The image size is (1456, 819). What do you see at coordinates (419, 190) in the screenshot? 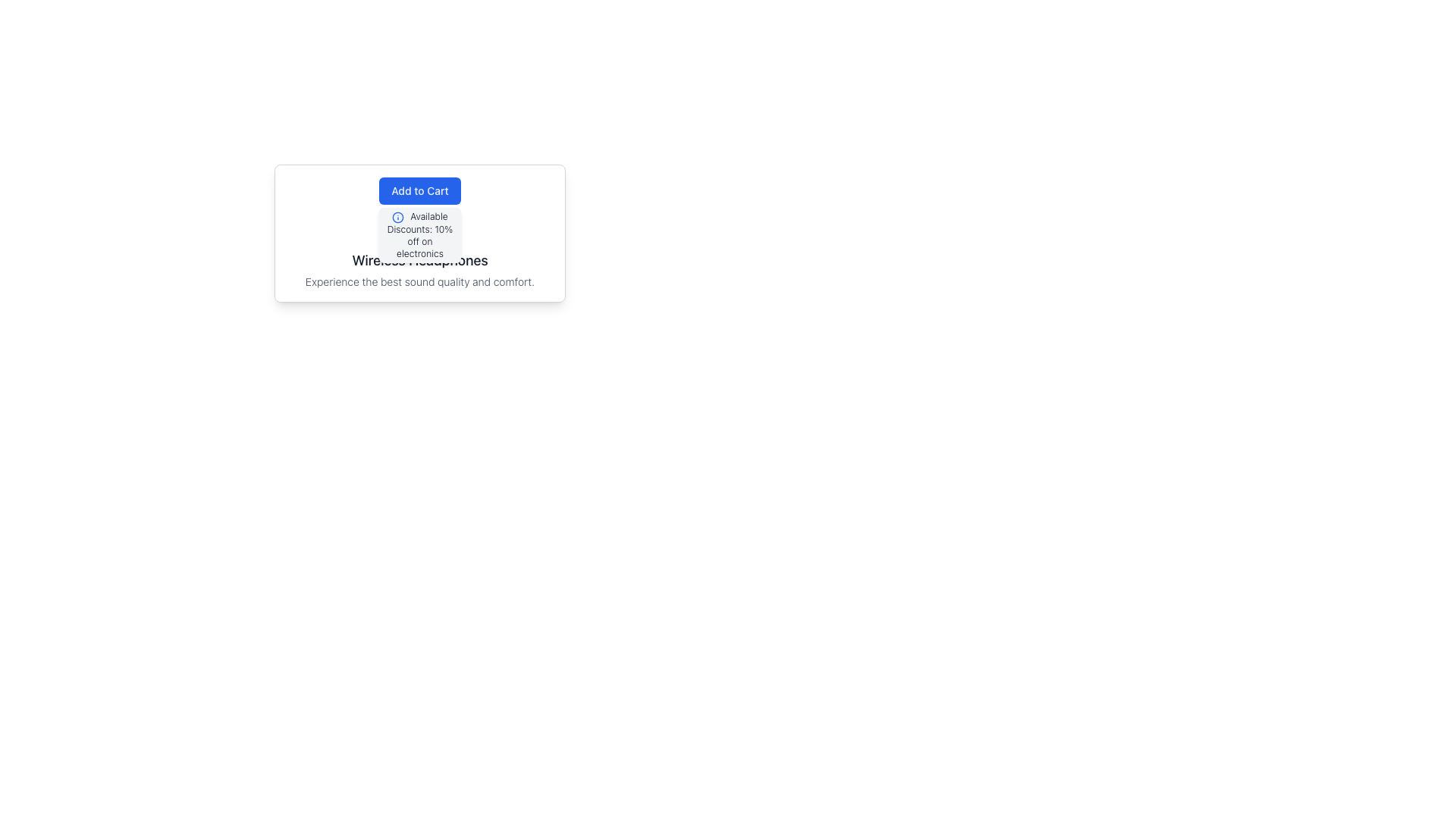
I see `the button that adds the corresponding product to the shopping cart` at bounding box center [419, 190].